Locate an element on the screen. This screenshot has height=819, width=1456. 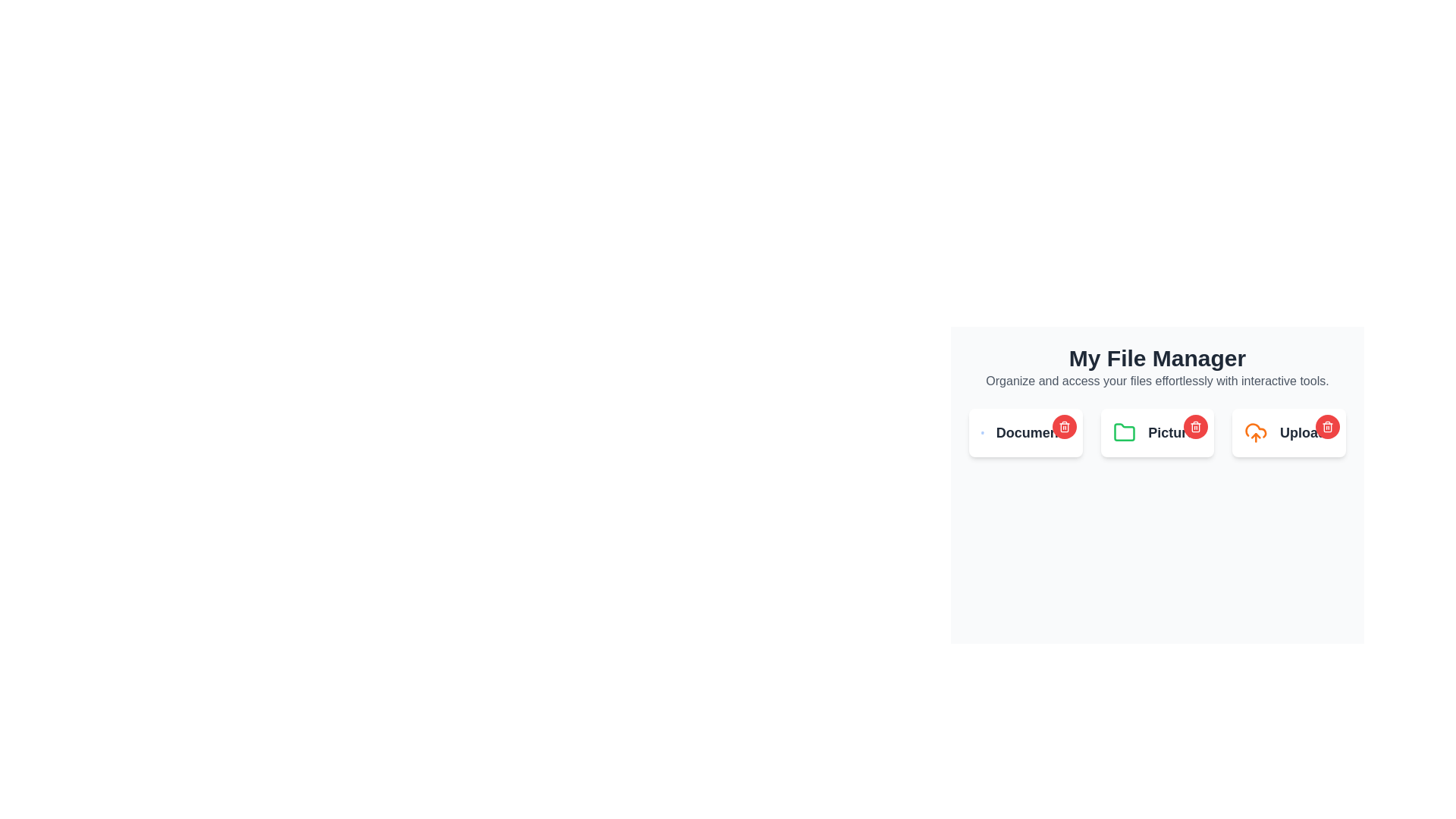
the delete icon button with the trash bin icon located in the top-right corner of the 'Uploads' card is located at coordinates (1327, 427).